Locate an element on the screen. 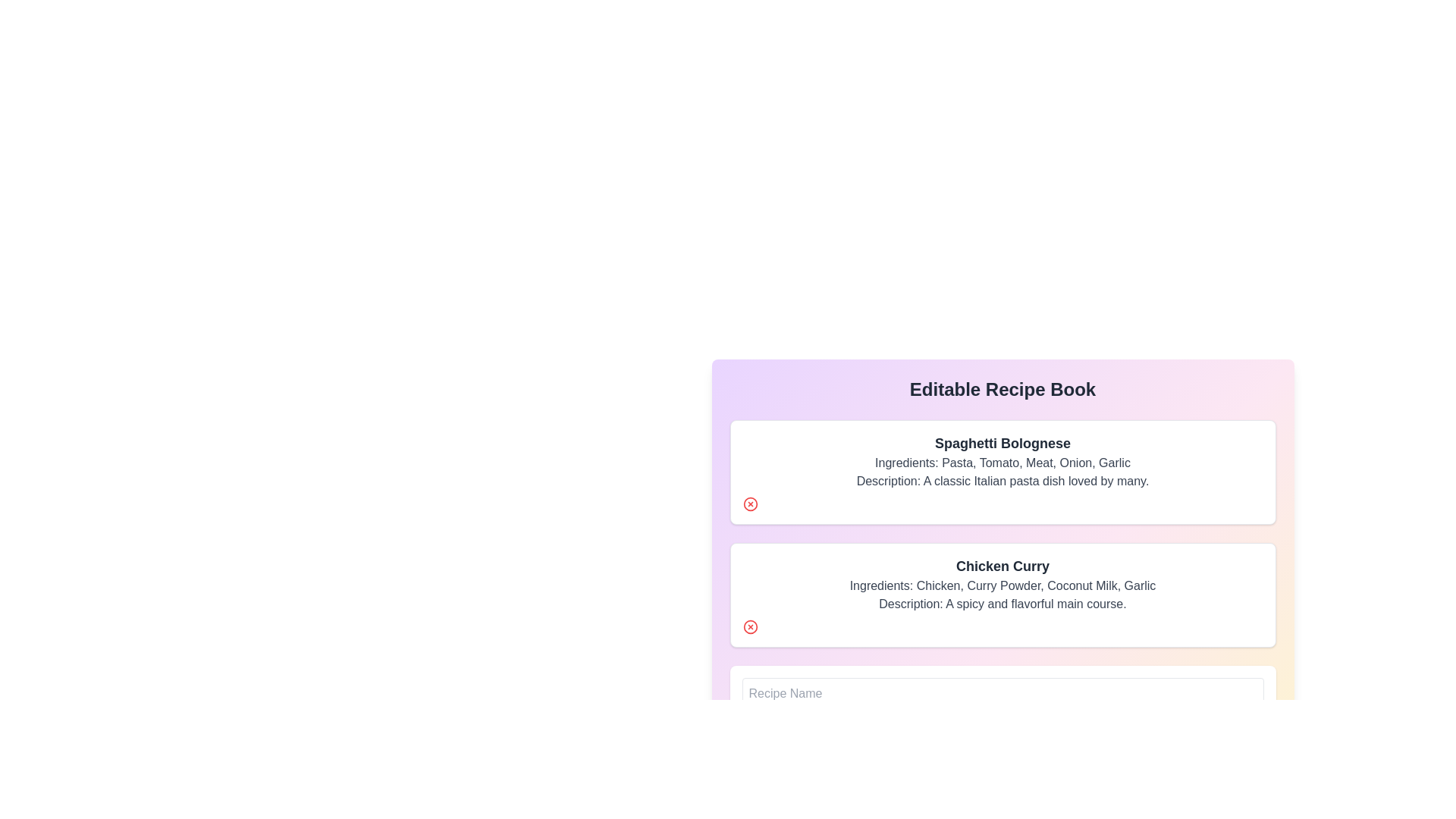 Image resolution: width=1456 pixels, height=819 pixels. the circular button with a red border and an 'X' symbol, located to the left of the 'Chicken Curry' text block is located at coordinates (750, 626).